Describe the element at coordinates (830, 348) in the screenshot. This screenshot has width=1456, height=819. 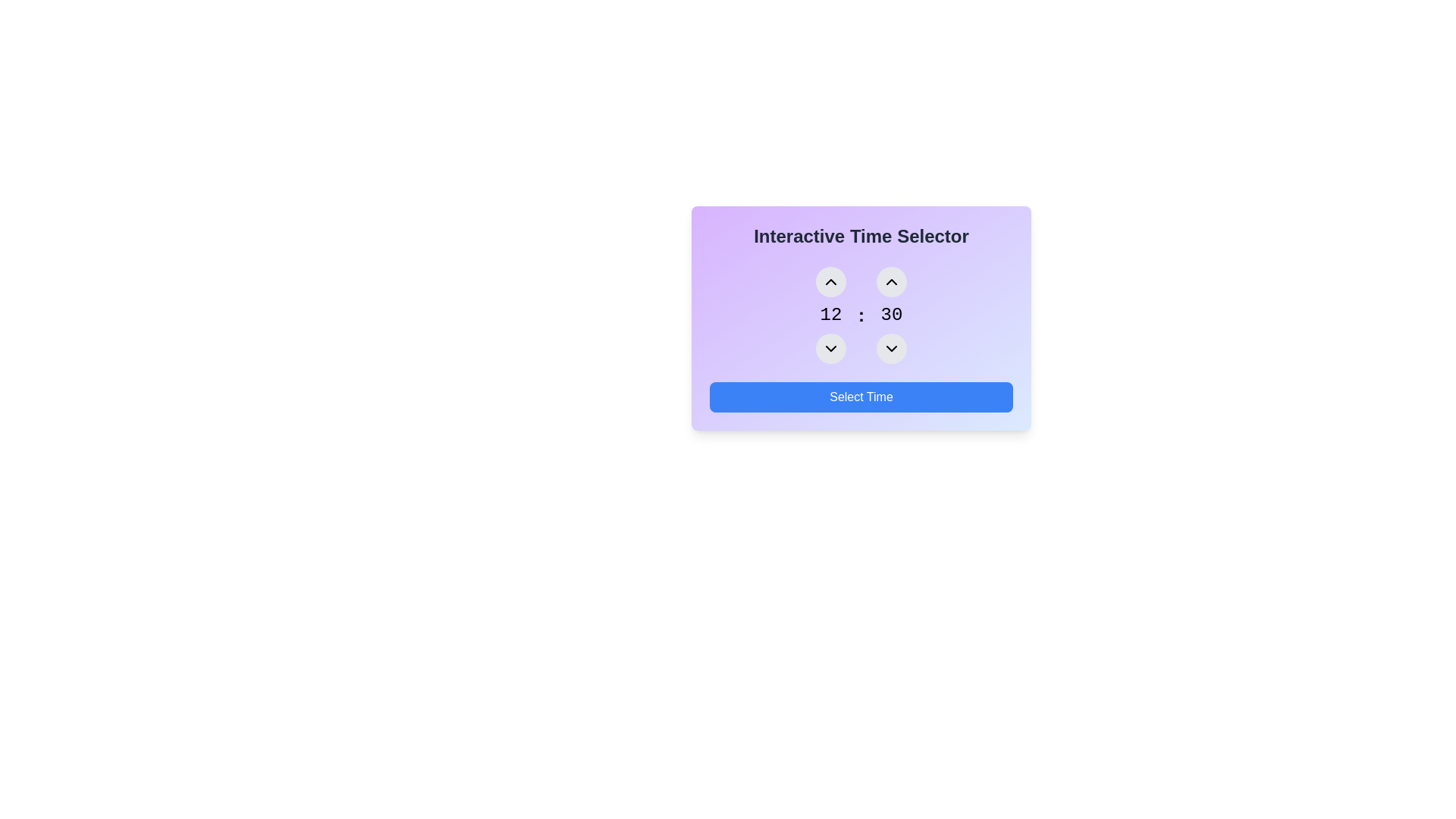
I see `the downward-facing button with an embedded icon, located below the number '12', to decrease the value` at that location.